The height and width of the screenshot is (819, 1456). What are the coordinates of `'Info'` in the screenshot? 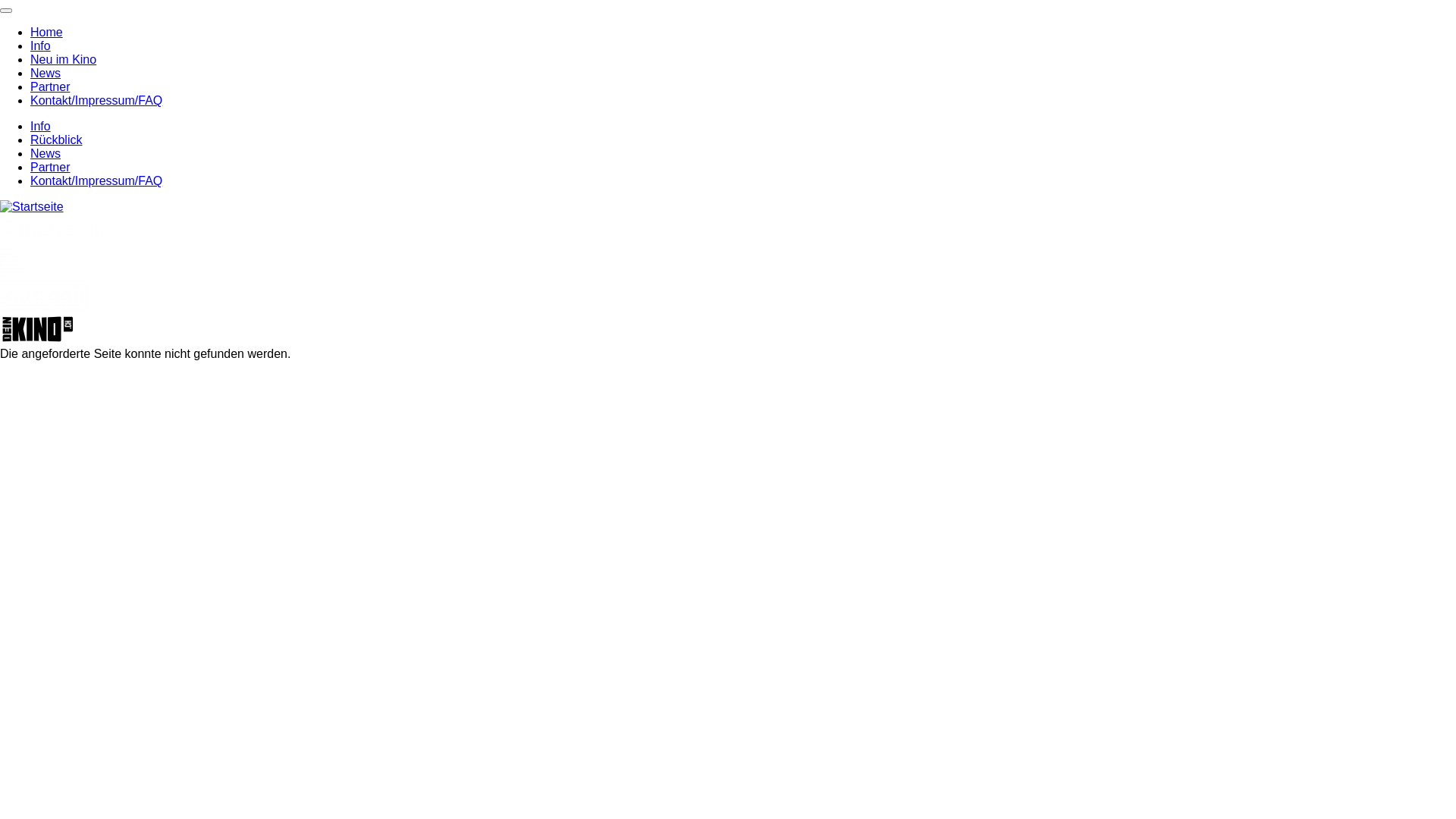 It's located at (30, 125).